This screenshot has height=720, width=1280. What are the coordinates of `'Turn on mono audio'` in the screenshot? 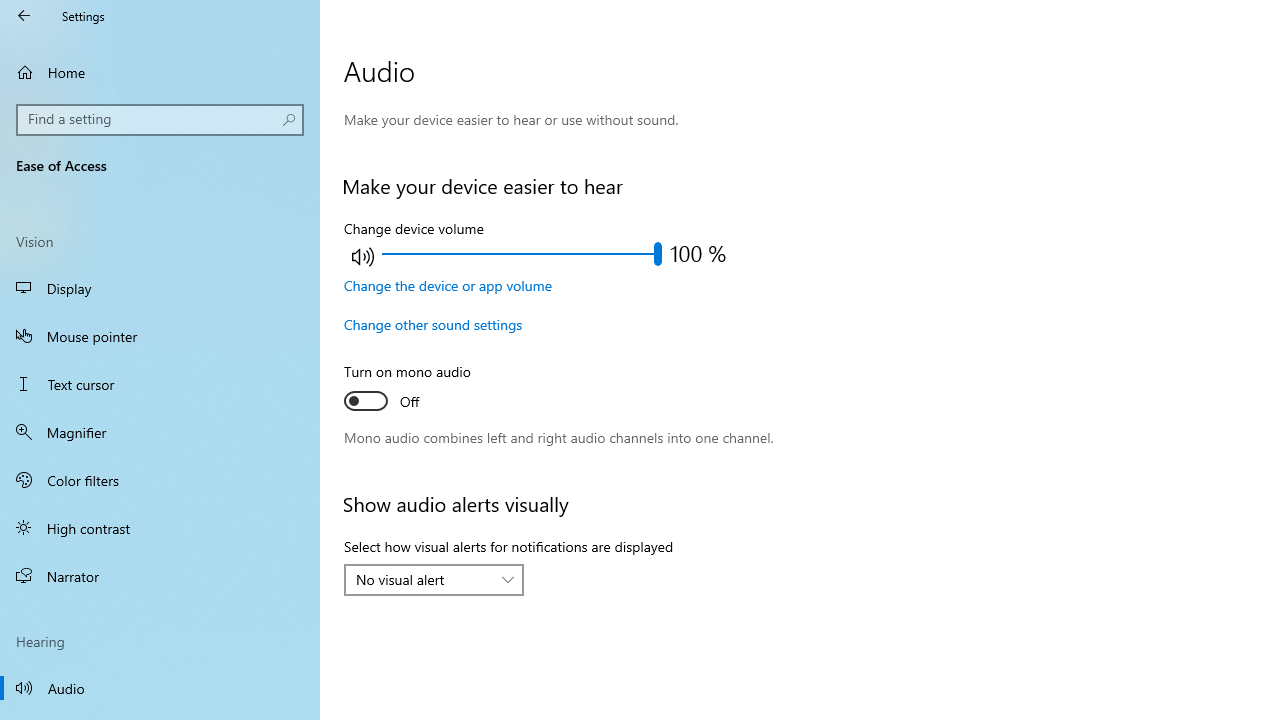 It's located at (416, 389).